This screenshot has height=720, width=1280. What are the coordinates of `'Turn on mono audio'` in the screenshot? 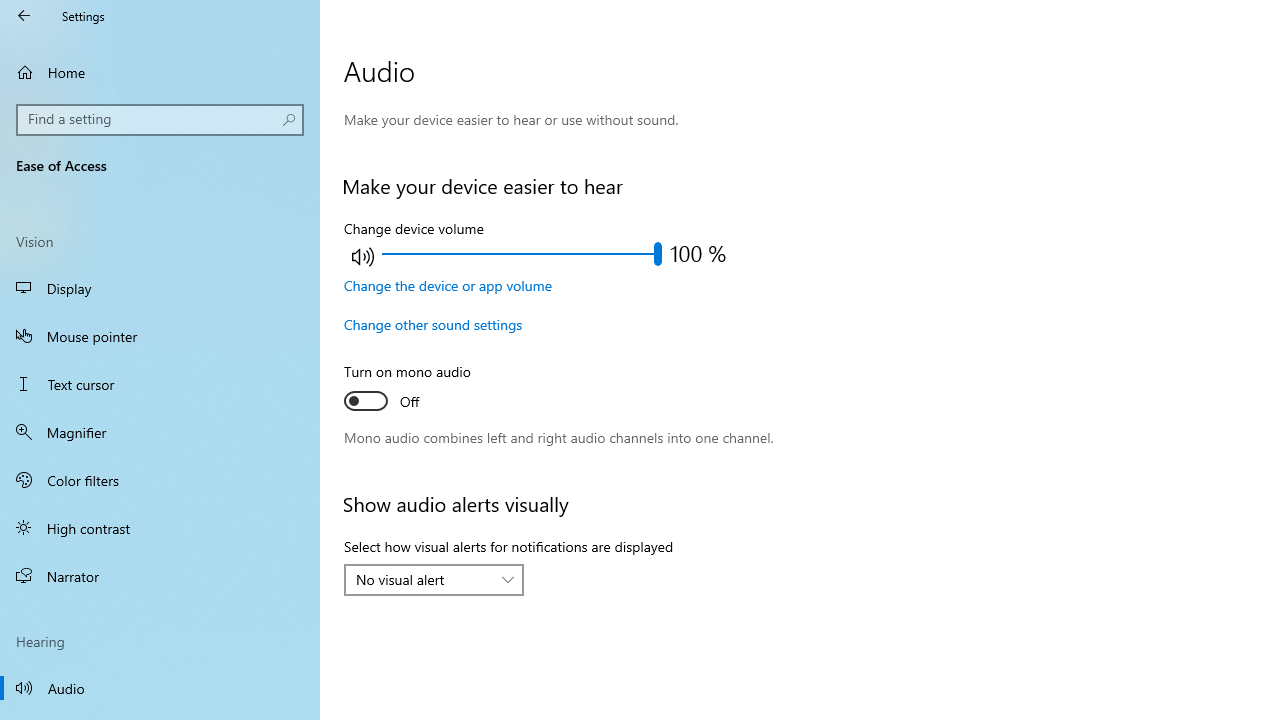 It's located at (416, 389).